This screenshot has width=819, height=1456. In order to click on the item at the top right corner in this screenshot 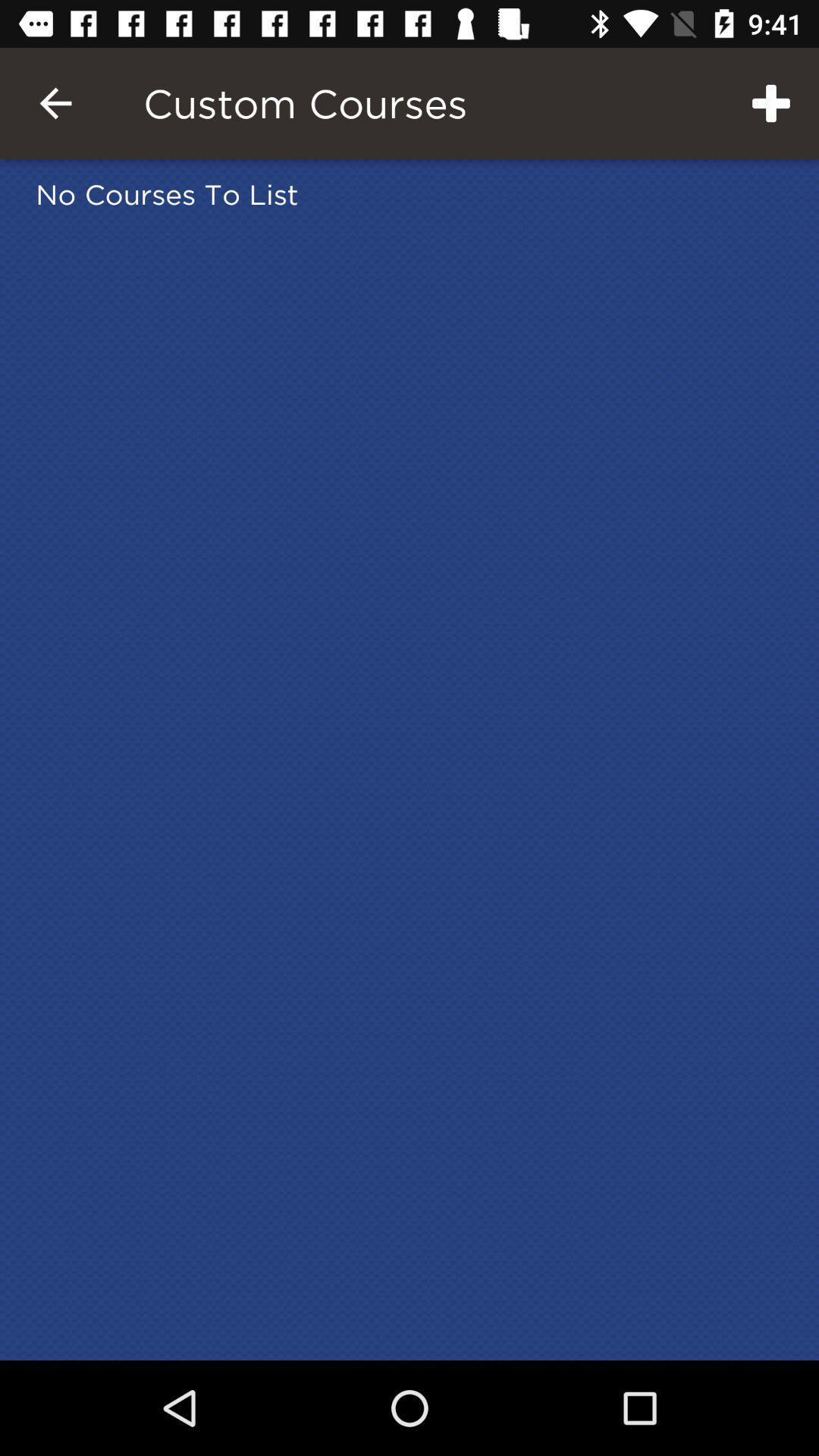, I will do `click(771, 102)`.